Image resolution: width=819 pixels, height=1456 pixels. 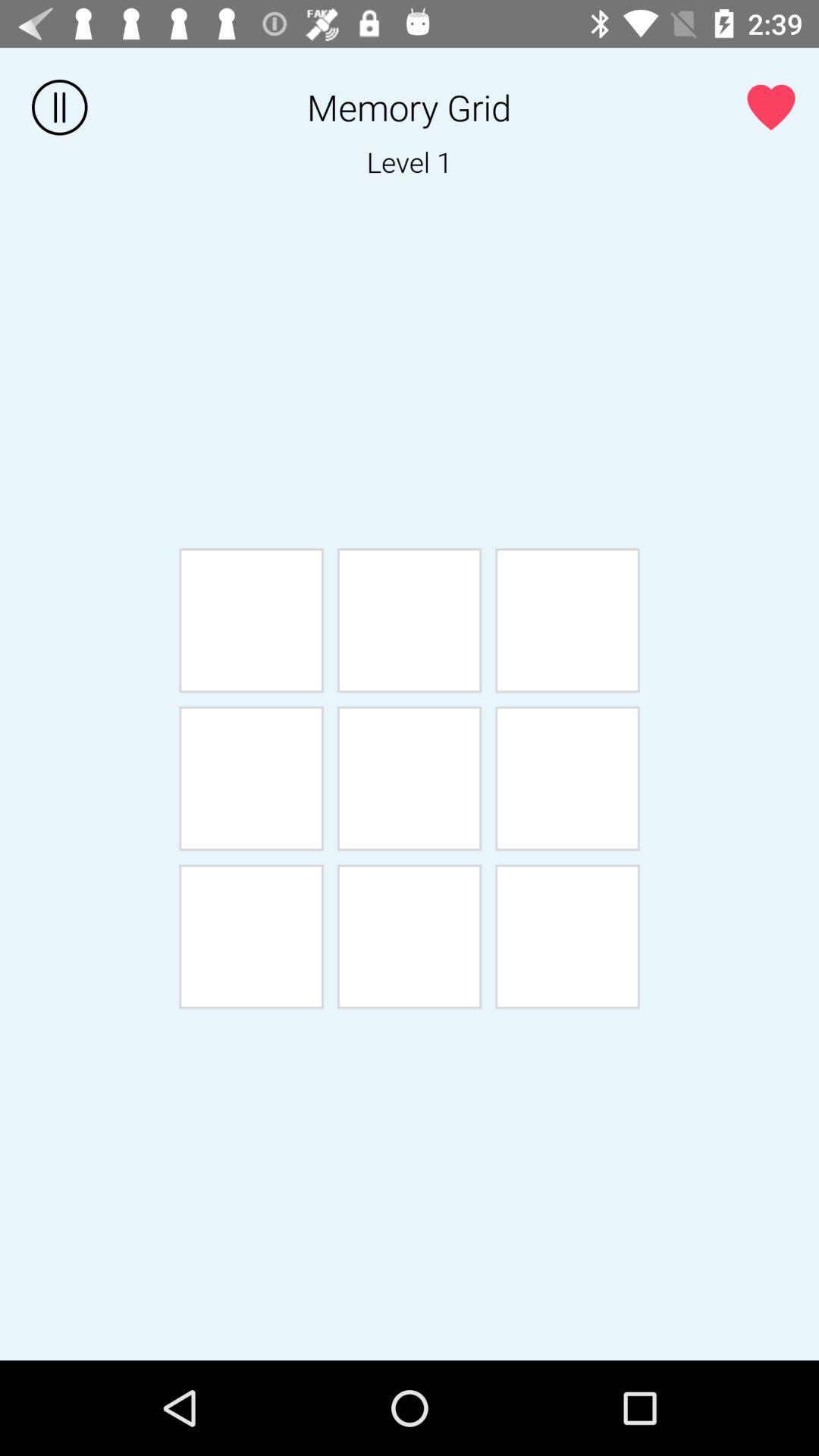 What do you see at coordinates (409, 779) in the screenshot?
I see `the 5th box` at bounding box center [409, 779].